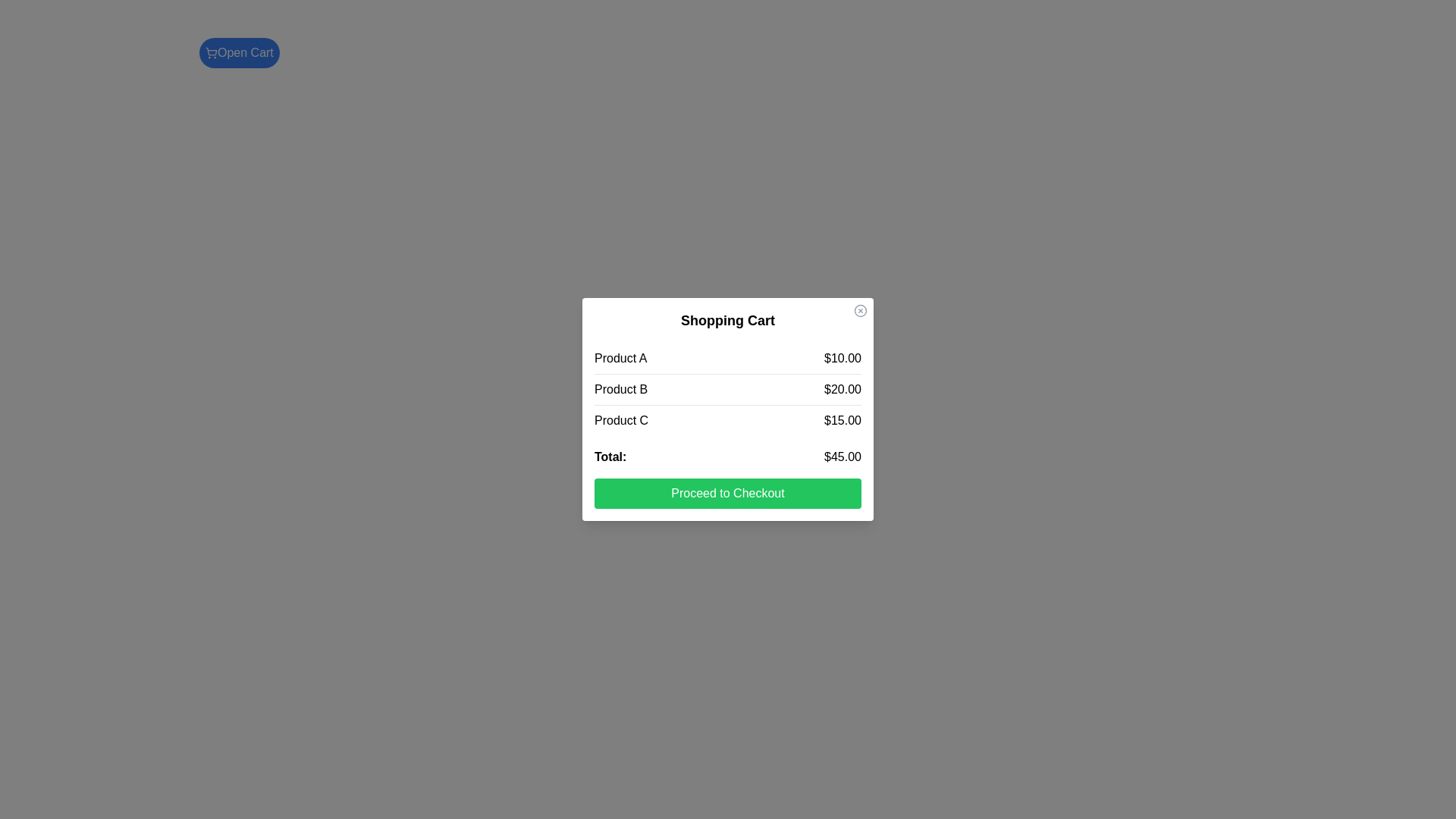 The width and height of the screenshot is (1456, 819). What do you see at coordinates (842, 456) in the screenshot?
I see `the monetary value text label displaying '$45.00' located at the bottom-right corner of the summary section in the shopping cart view` at bounding box center [842, 456].